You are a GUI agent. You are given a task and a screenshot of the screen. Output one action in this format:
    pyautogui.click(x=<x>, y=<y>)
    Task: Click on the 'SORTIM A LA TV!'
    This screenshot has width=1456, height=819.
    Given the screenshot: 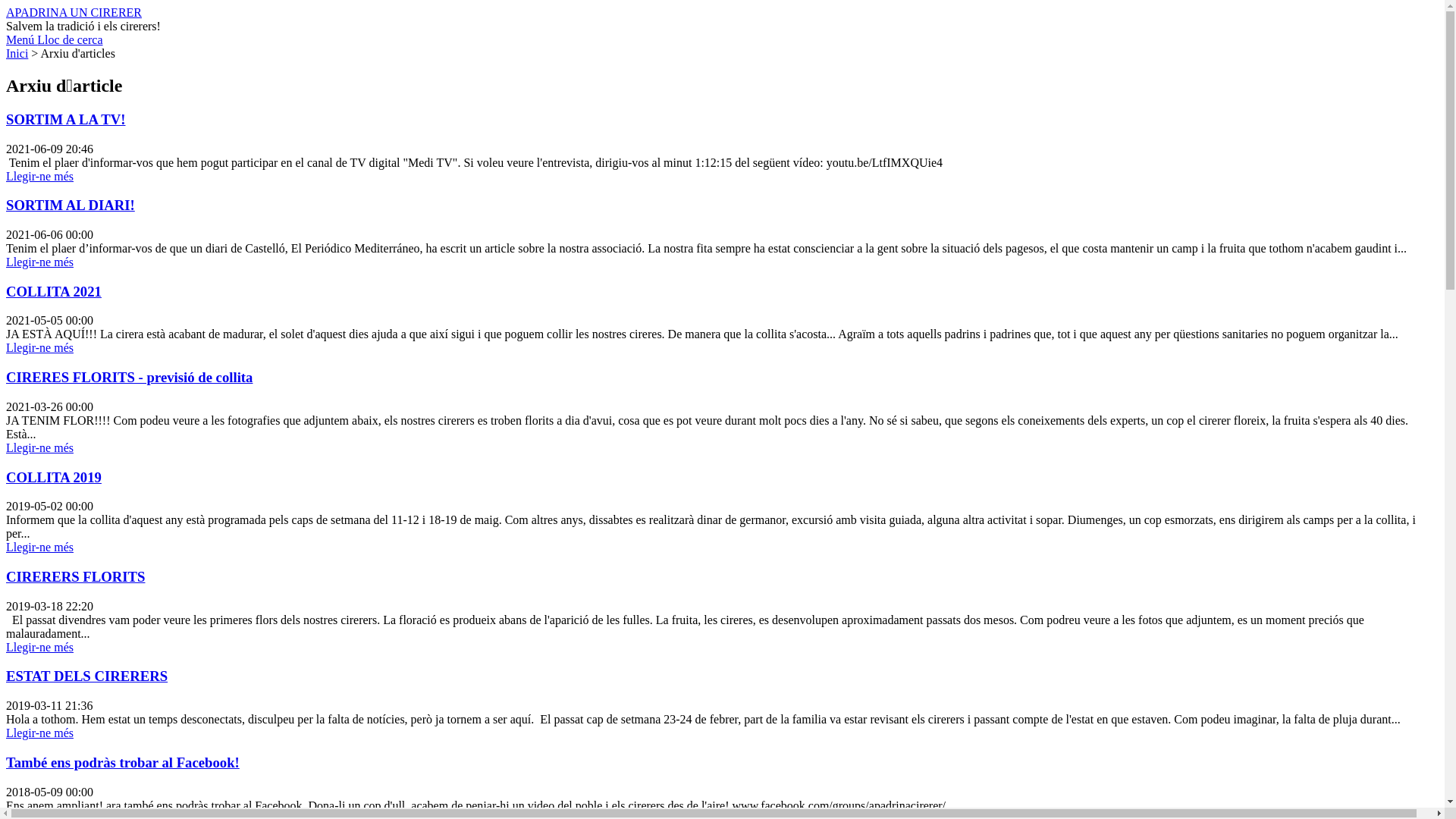 What is the action you would take?
    pyautogui.click(x=64, y=118)
    